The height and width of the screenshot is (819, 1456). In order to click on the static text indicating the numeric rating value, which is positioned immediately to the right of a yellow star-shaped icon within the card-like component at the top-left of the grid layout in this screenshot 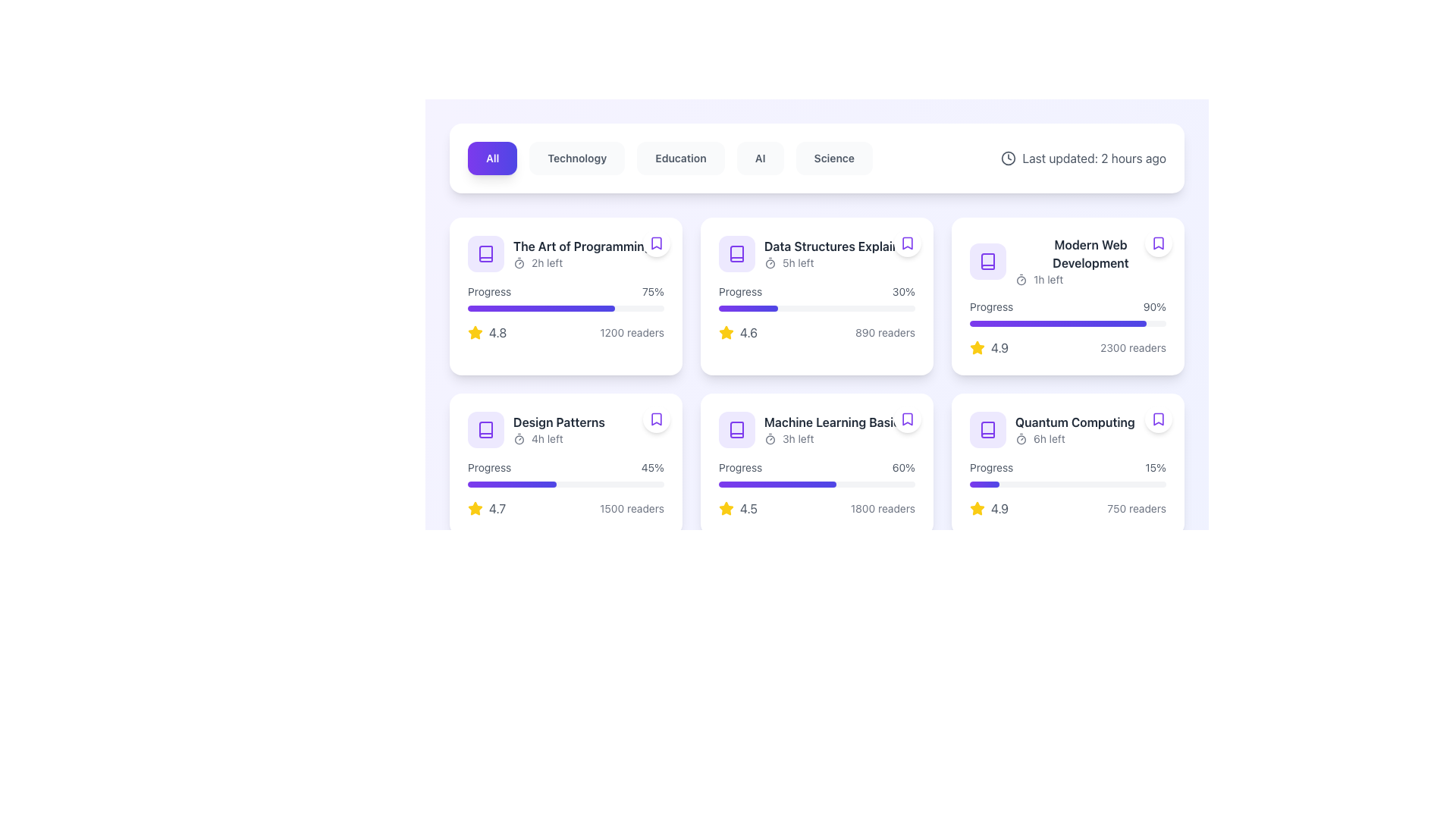, I will do `click(497, 332)`.